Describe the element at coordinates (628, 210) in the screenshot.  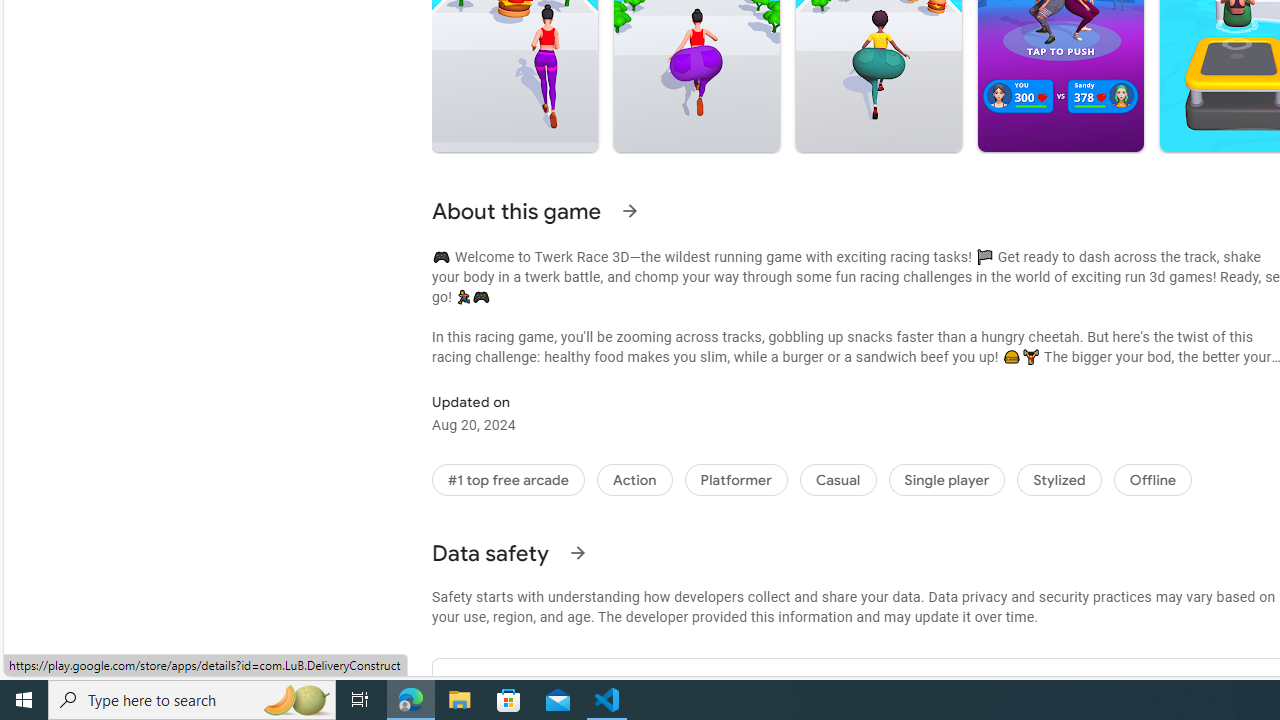
I see `'See more information on About this game'` at that location.